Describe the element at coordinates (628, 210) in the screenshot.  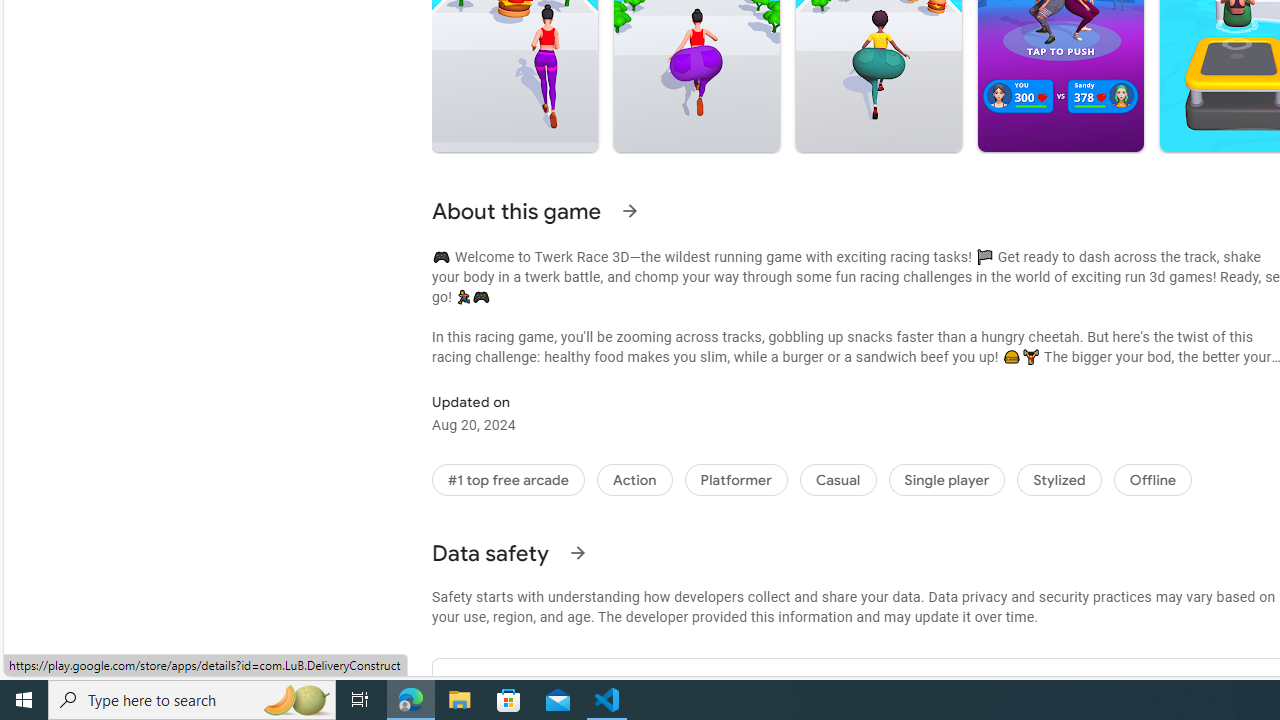
I see `'See more information on About this game'` at that location.